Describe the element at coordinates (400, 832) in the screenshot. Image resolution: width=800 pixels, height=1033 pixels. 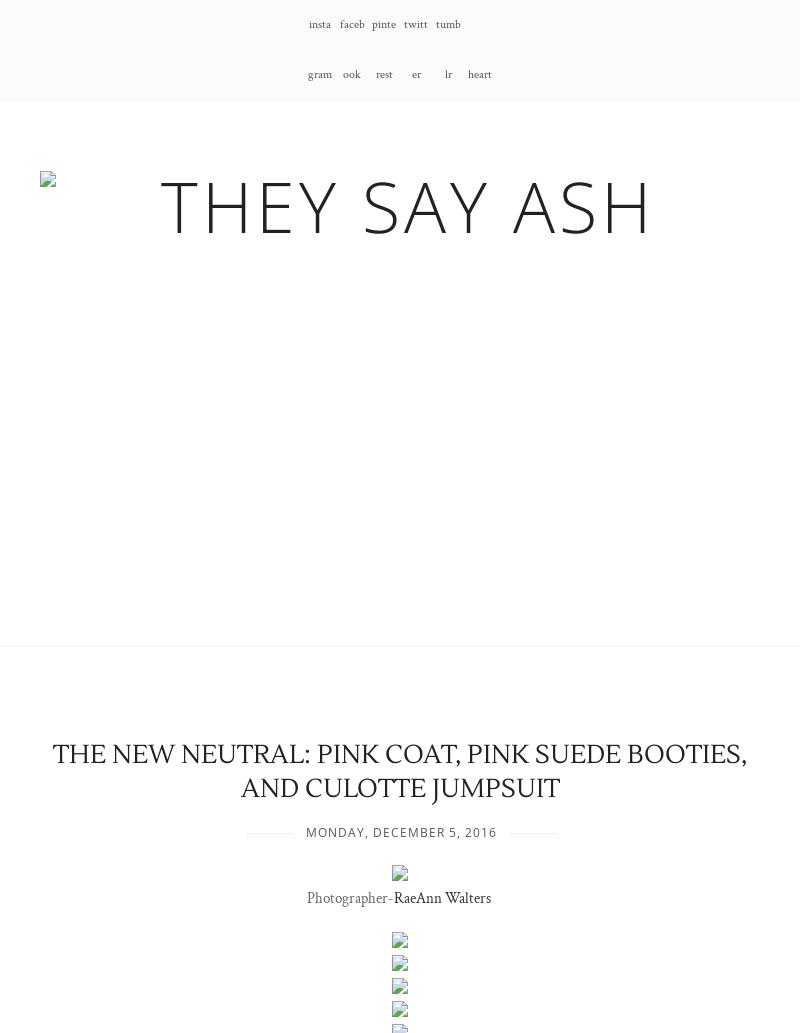
I see `'Monday, December 5, 2016'` at that location.